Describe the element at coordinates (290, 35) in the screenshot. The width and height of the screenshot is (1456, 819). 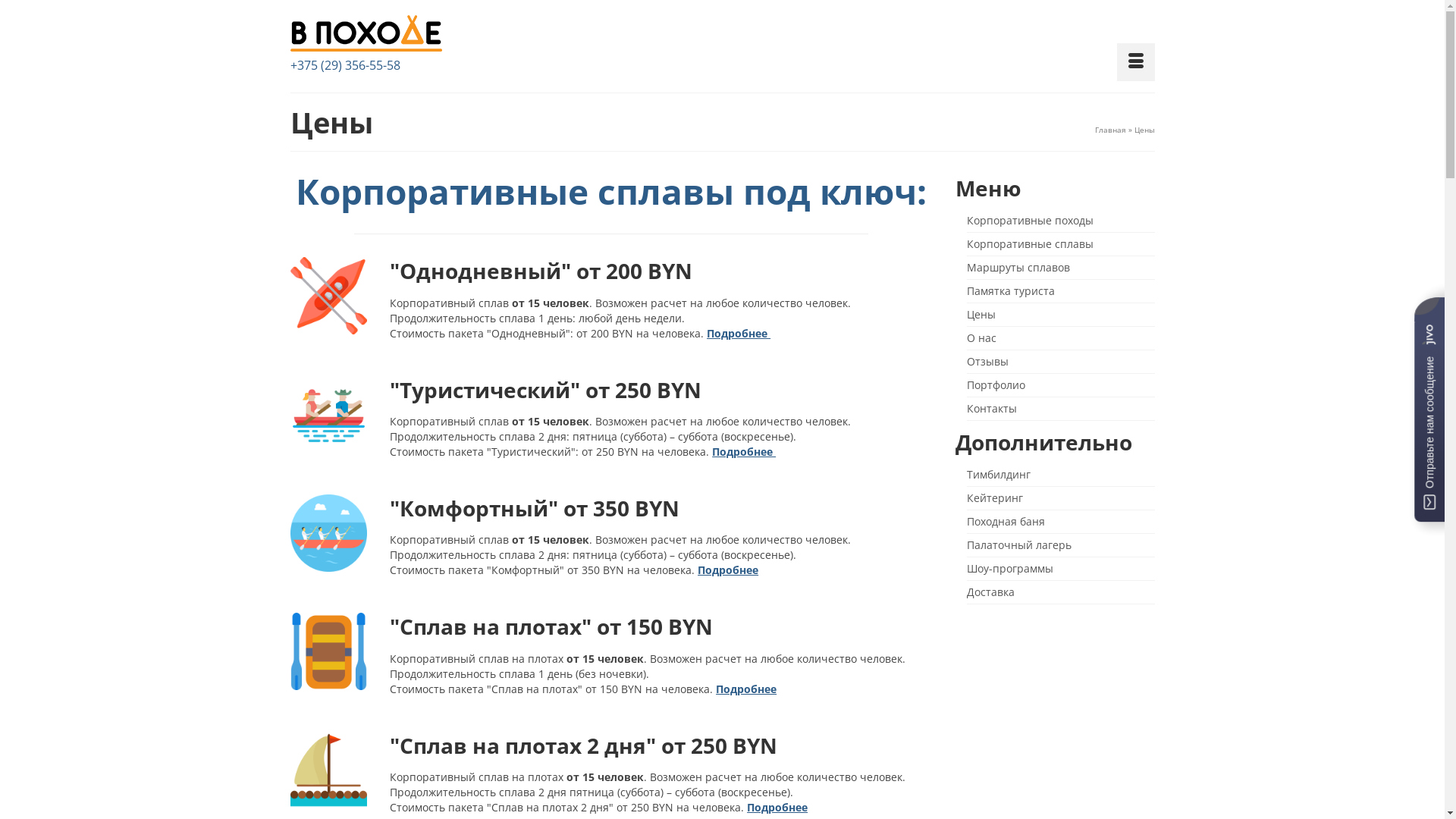
I see `'Vpohode.by'` at that location.